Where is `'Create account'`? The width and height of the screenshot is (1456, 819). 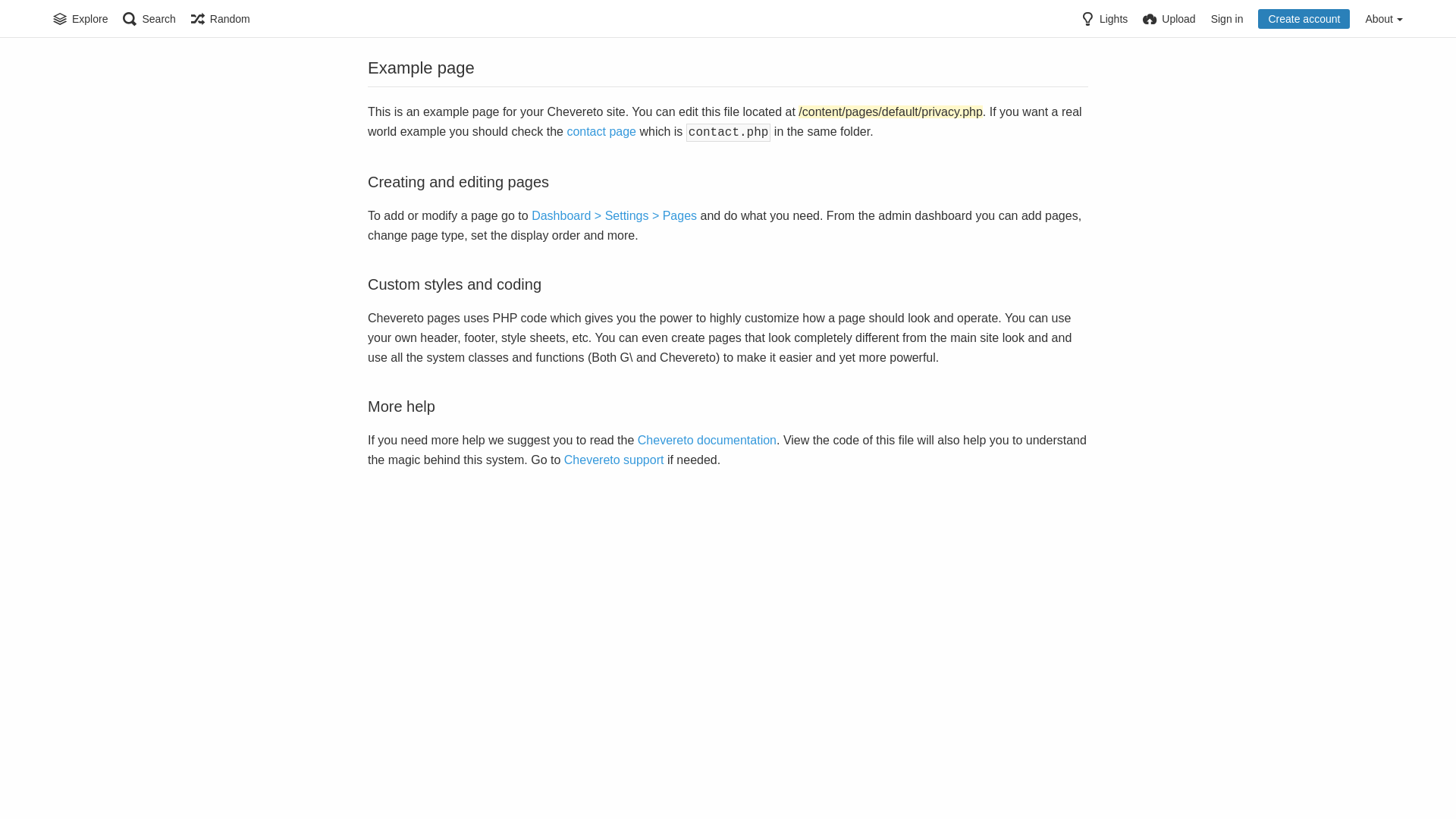 'Create account' is located at coordinates (1258, 18).